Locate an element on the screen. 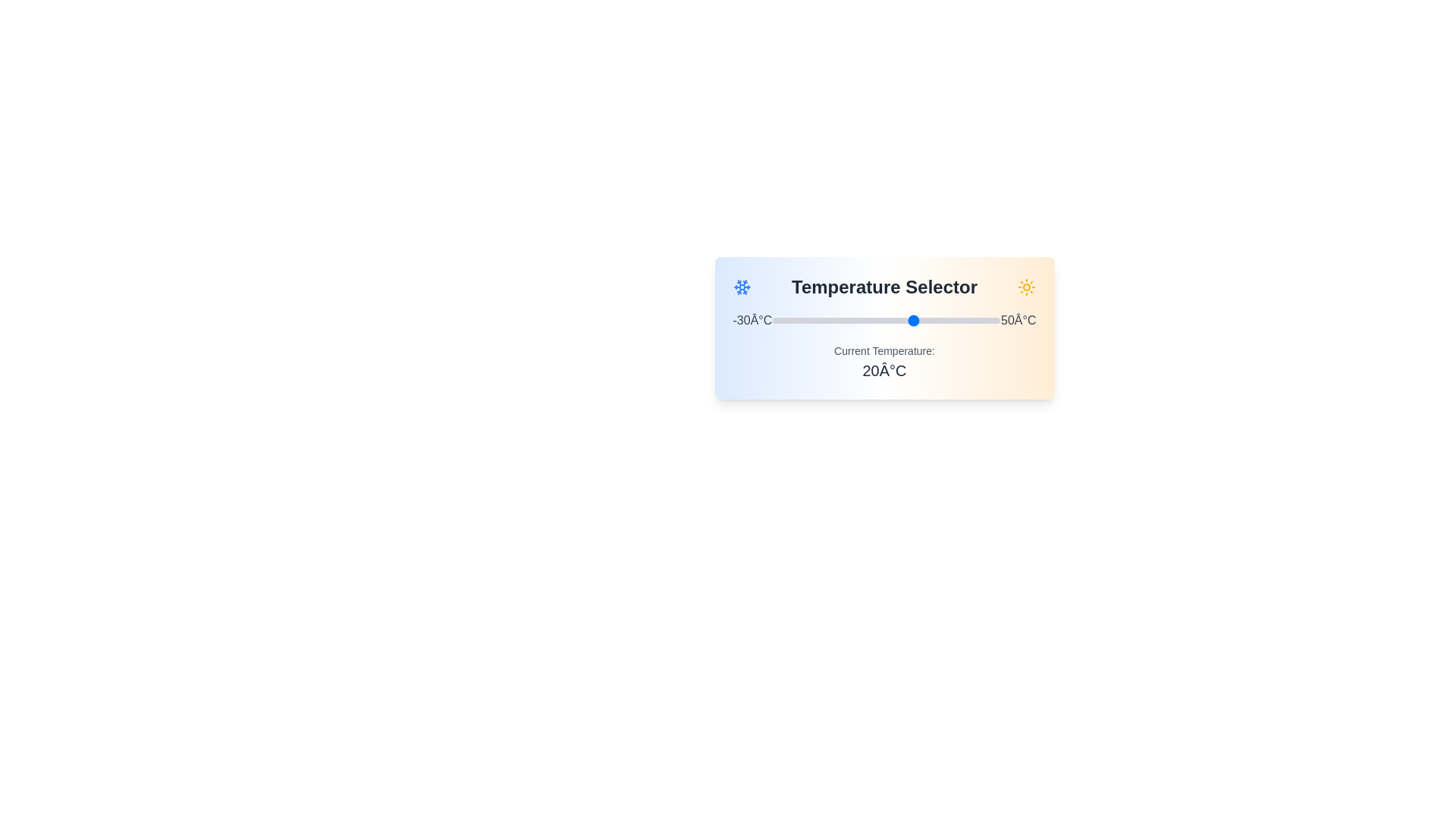 This screenshot has height=819, width=1456. the temperature is located at coordinates (874, 320).